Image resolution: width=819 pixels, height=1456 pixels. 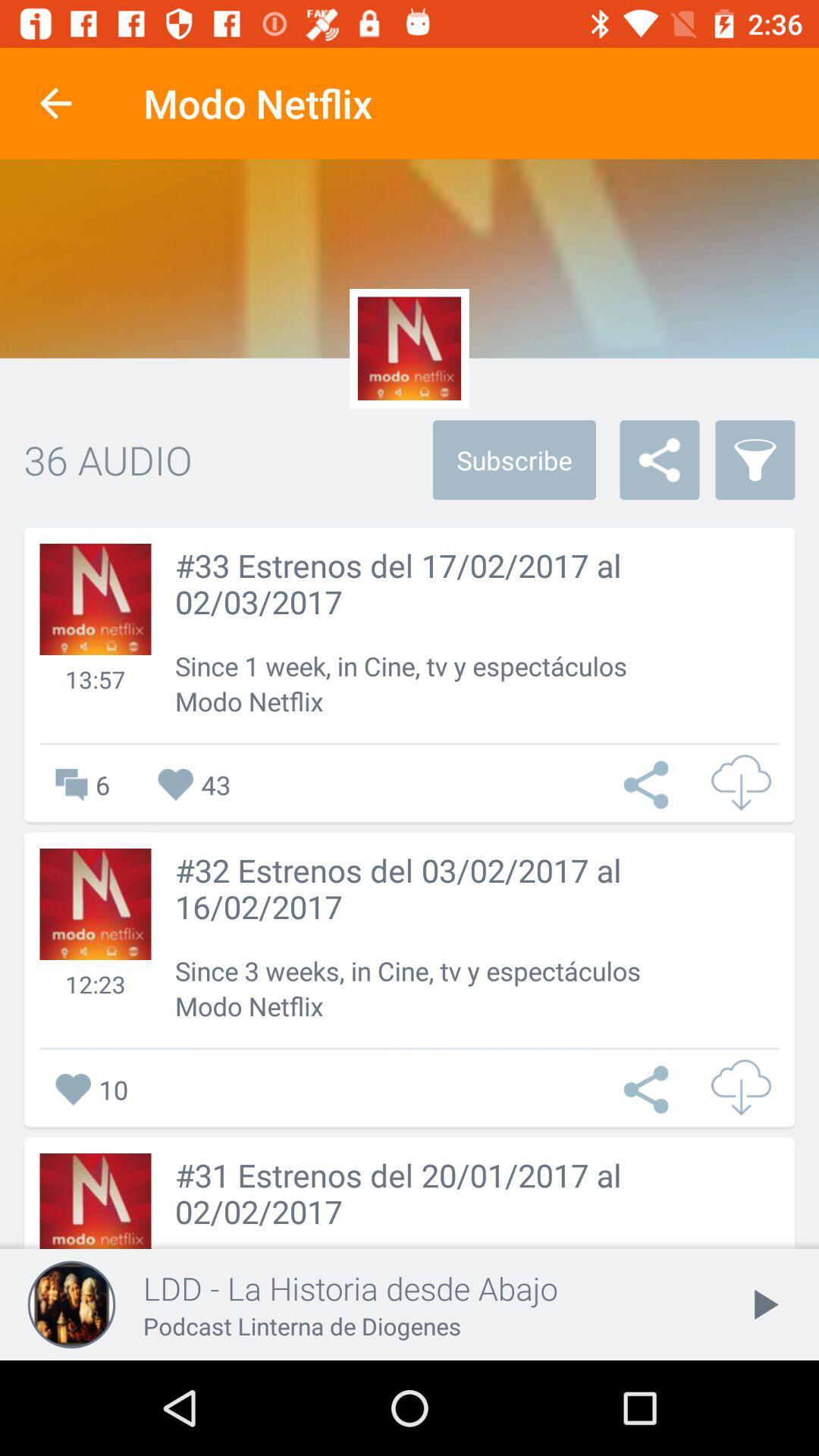 What do you see at coordinates (763, 1304) in the screenshot?
I see `the icon to the right of the ldd la historia item` at bounding box center [763, 1304].